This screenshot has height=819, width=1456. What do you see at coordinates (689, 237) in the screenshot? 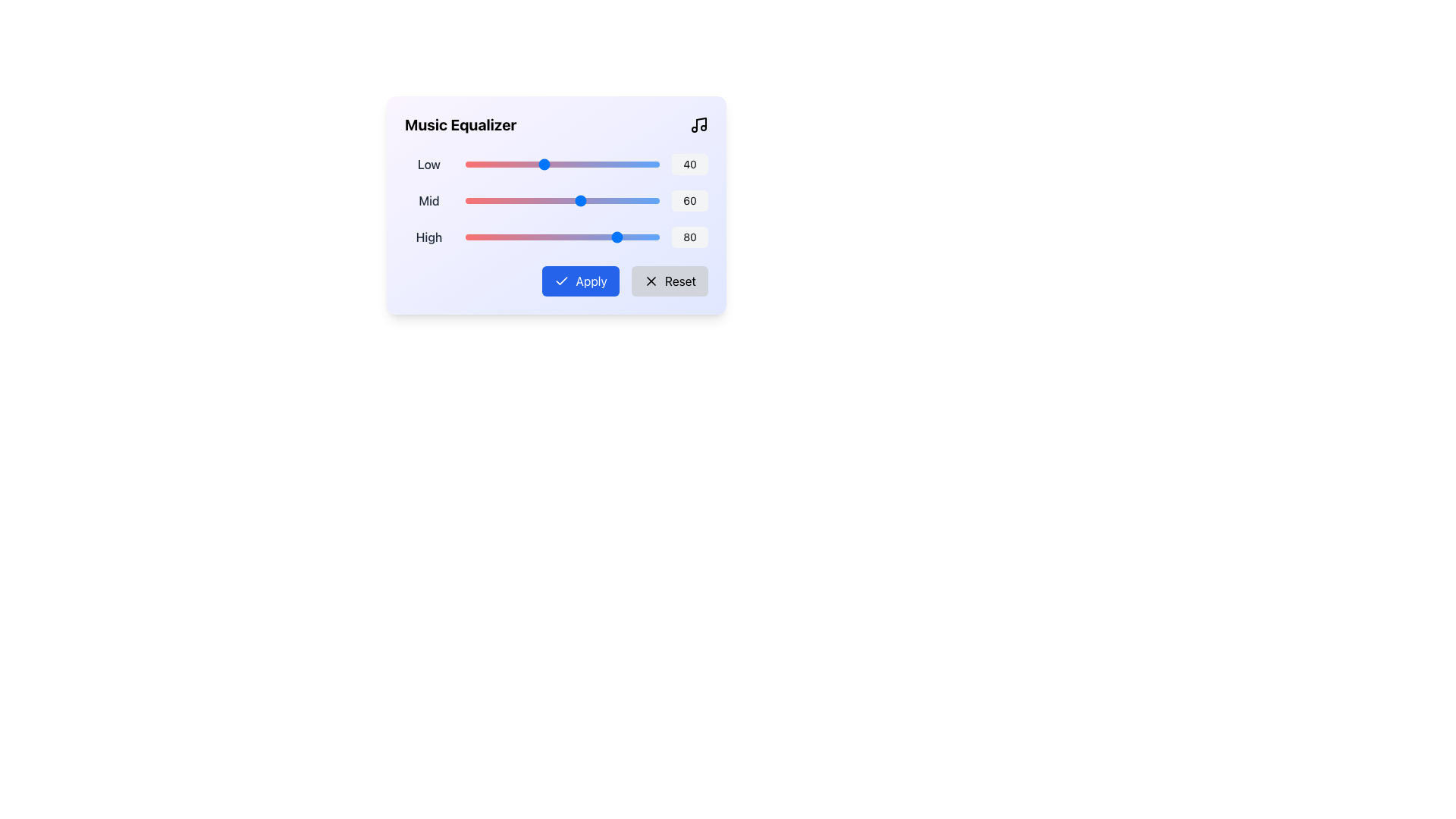
I see `the numerical display label that shows '80', which is located at the far right end of the 'High' slider bar` at bounding box center [689, 237].